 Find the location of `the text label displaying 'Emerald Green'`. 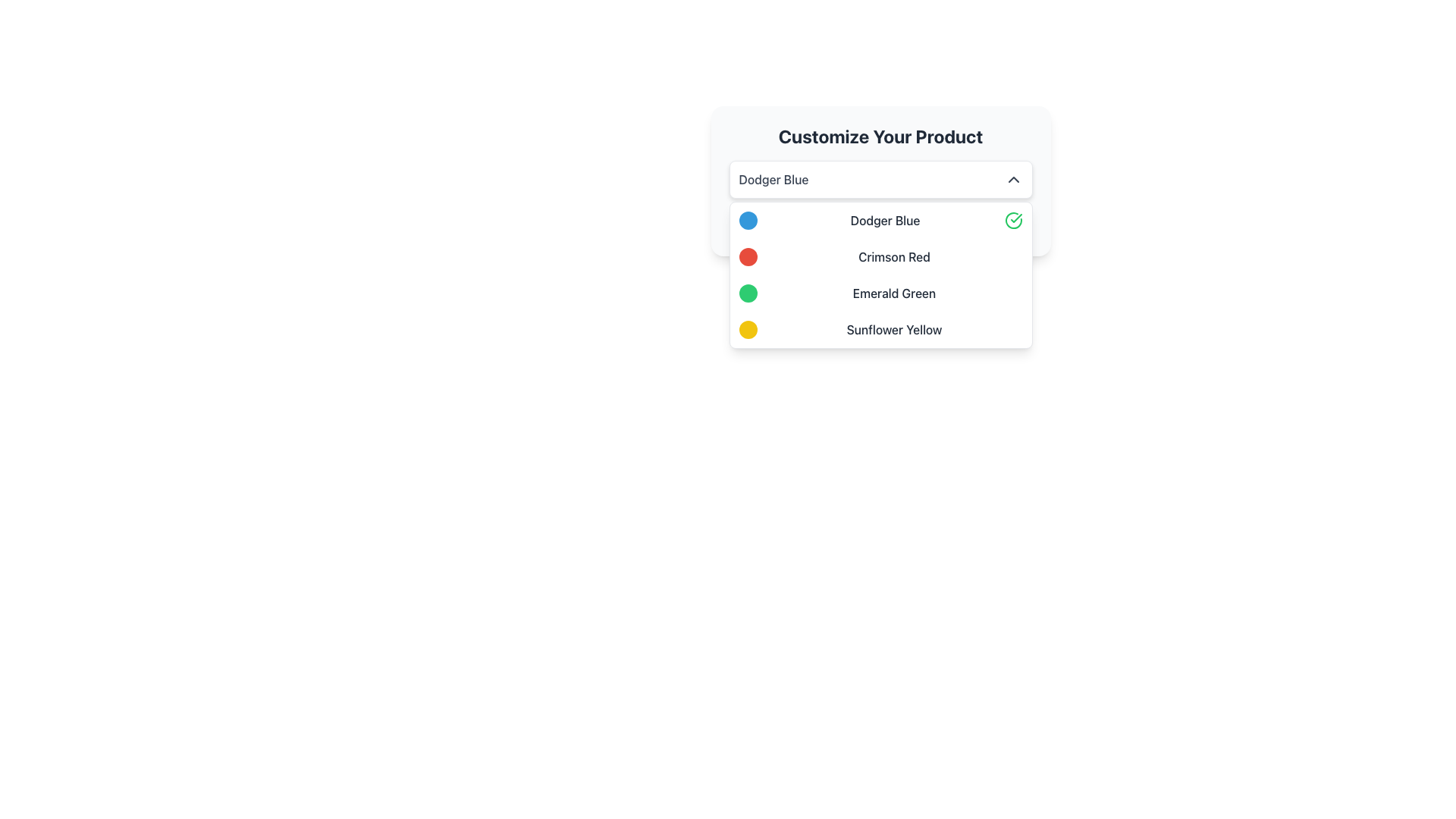

the text label displaying 'Emerald Green' is located at coordinates (894, 293).